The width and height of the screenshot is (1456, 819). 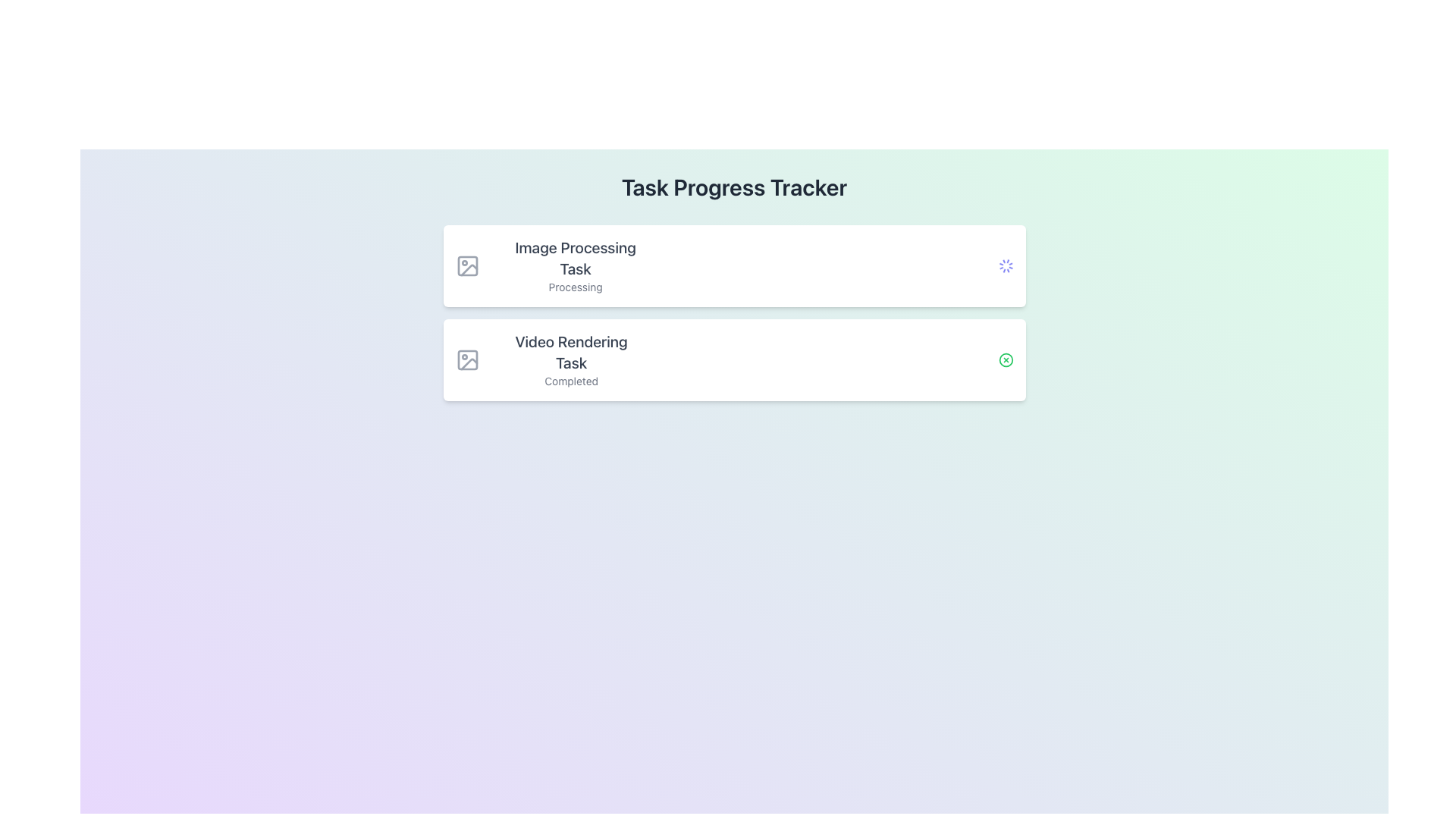 I want to click on text information from the list item displaying the title and status of a task related to image processing, located in the top card of the 'Task Progress Tracker' section, so click(x=575, y=265).